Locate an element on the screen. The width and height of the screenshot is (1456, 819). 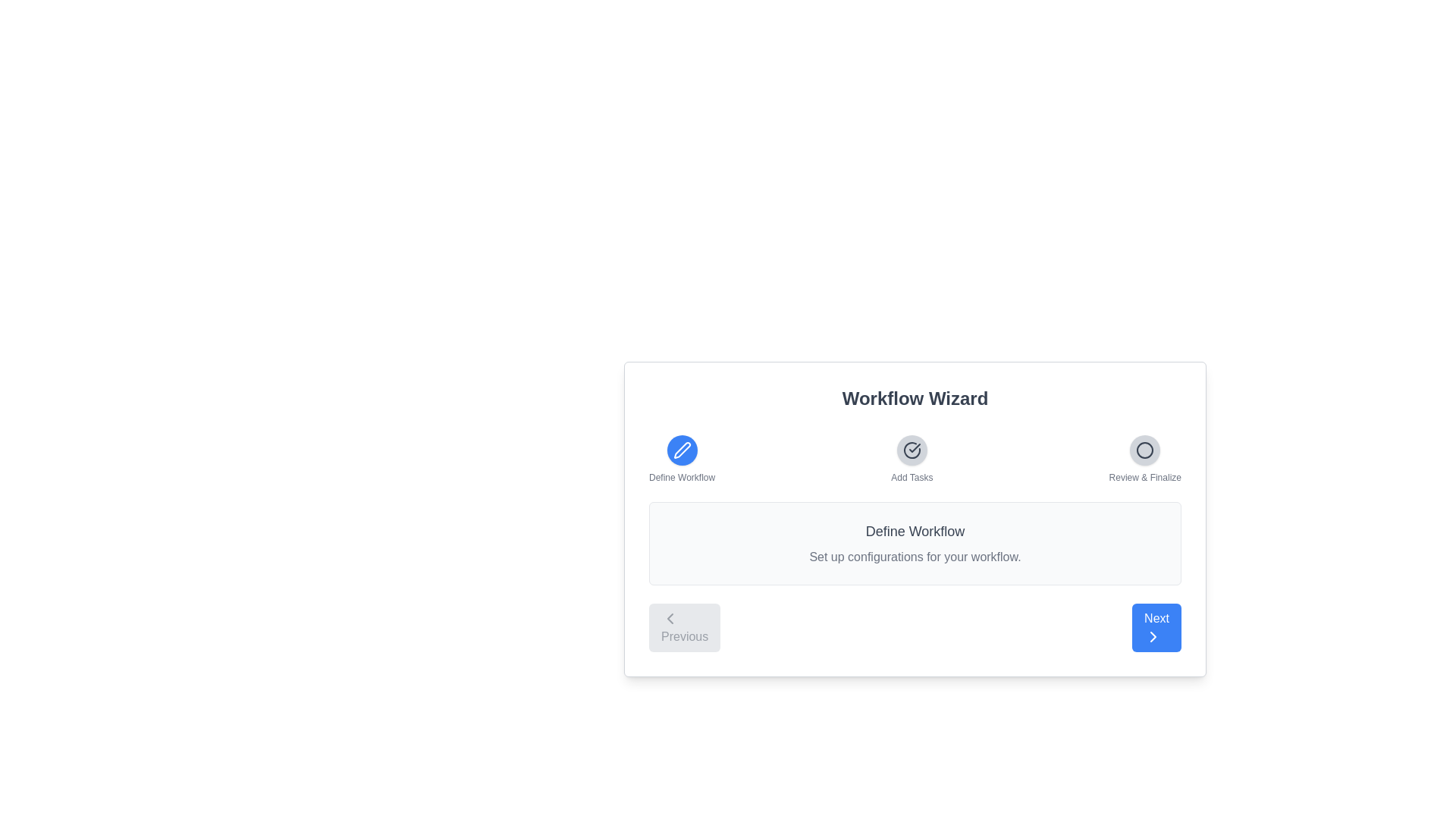
the blue circular icon with a white pen at its center, labeled 'Define Workflow', to identify the associated workflow step is located at coordinates (681, 458).